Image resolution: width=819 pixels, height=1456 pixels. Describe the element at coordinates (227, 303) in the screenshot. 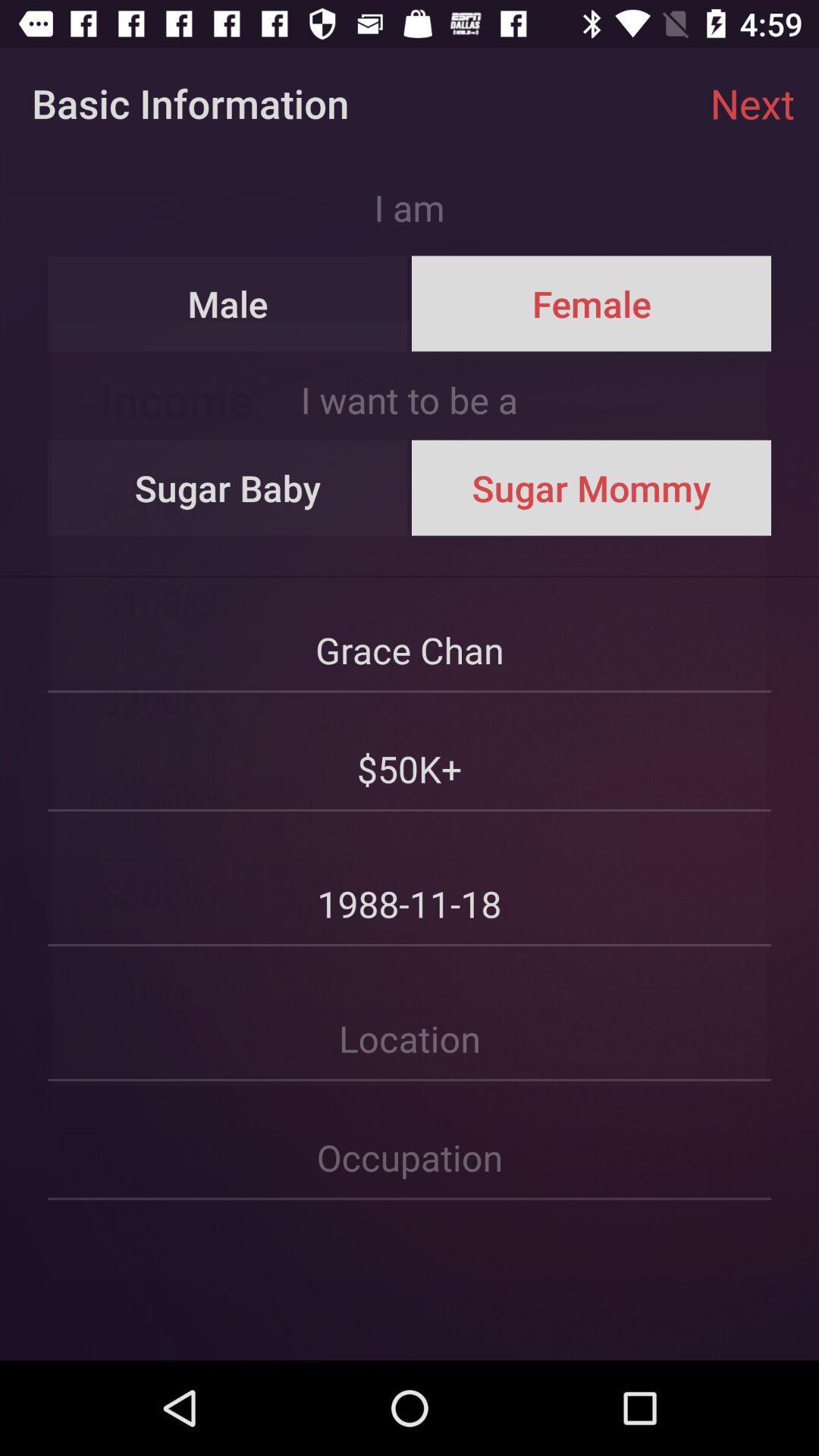

I see `male item` at that location.